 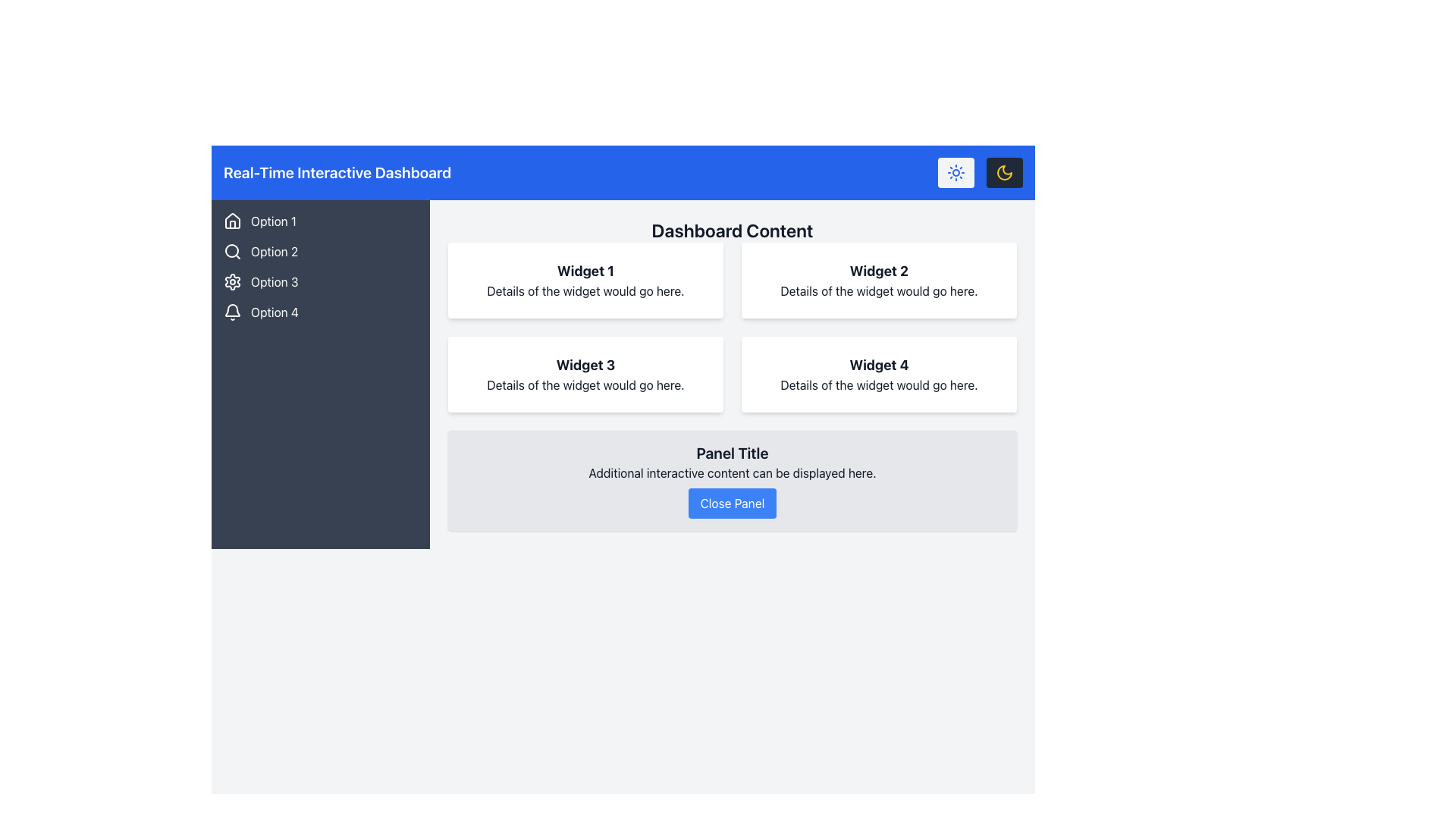 What do you see at coordinates (232, 312) in the screenshot?
I see `the bell icon in the left sidebar navigation panel that represents notifications for 'Option 4'` at bounding box center [232, 312].